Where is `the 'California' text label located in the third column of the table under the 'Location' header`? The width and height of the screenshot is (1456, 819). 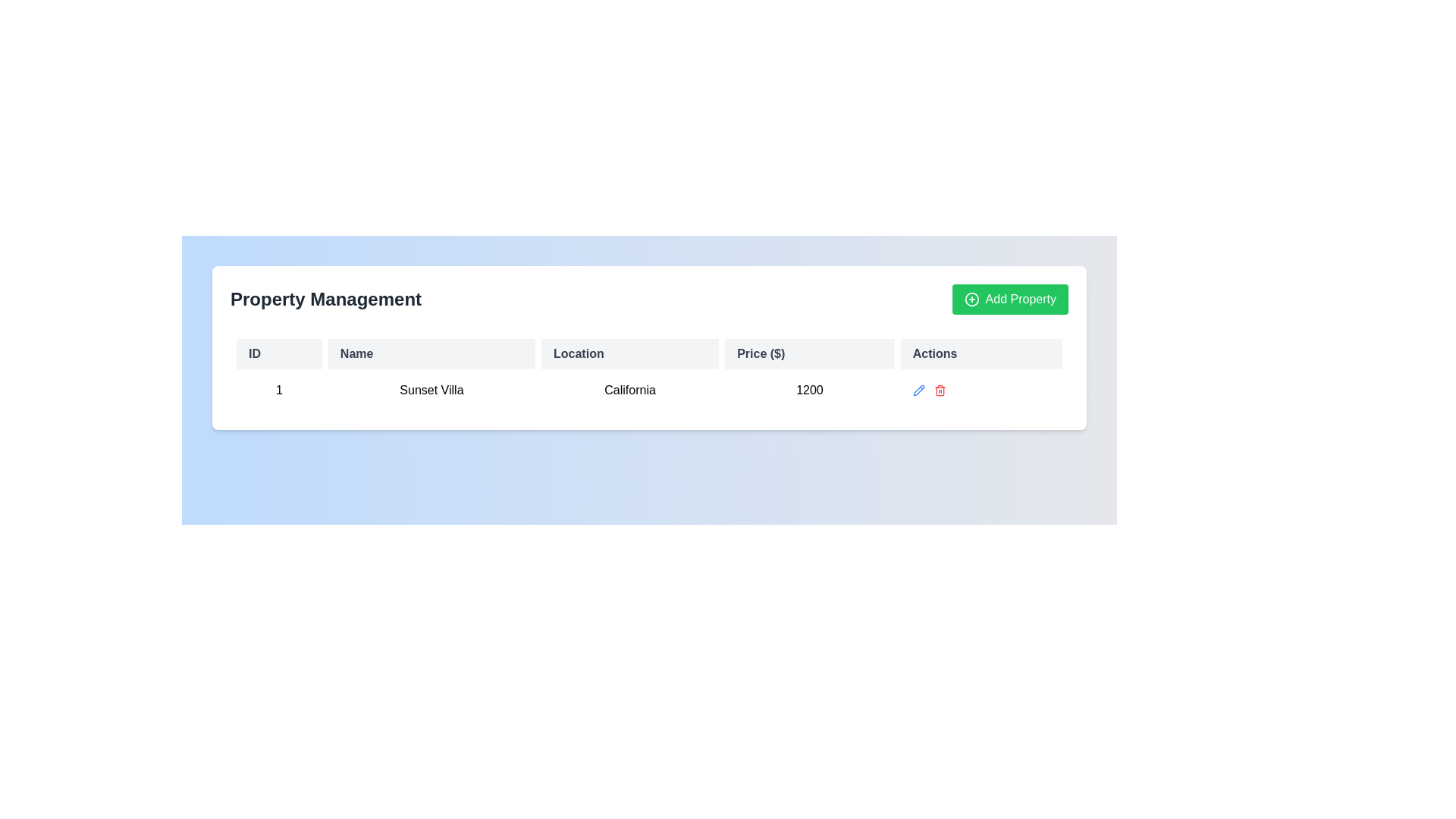 the 'California' text label located in the third column of the table under the 'Location' header is located at coordinates (630, 390).